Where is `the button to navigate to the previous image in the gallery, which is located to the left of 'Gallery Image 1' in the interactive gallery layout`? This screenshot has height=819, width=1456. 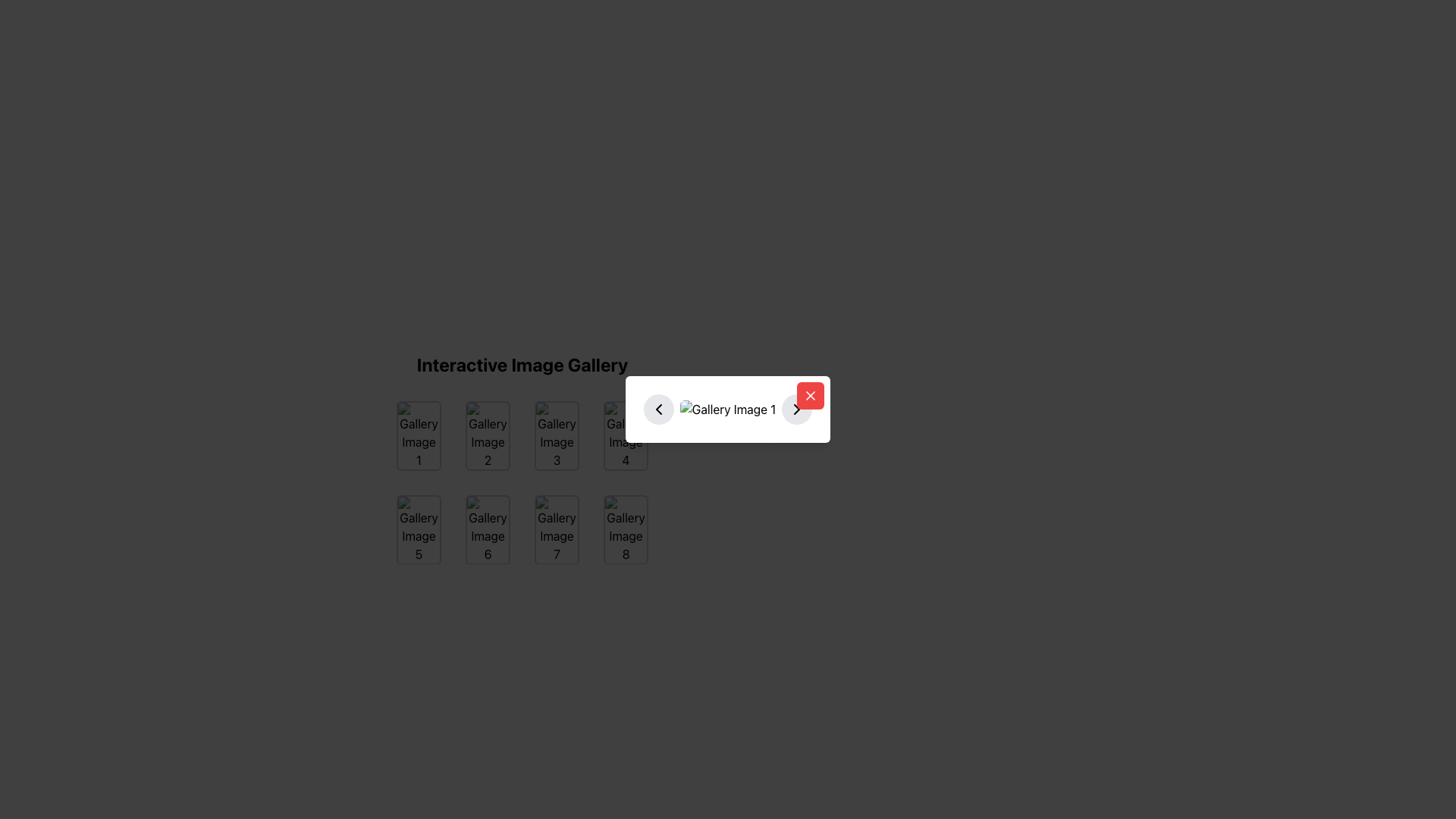
the button to navigate to the previous image in the gallery, which is located to the left of 'Gallery Image 1' in the interactive gallery layout is located at coordinates (658, 409).